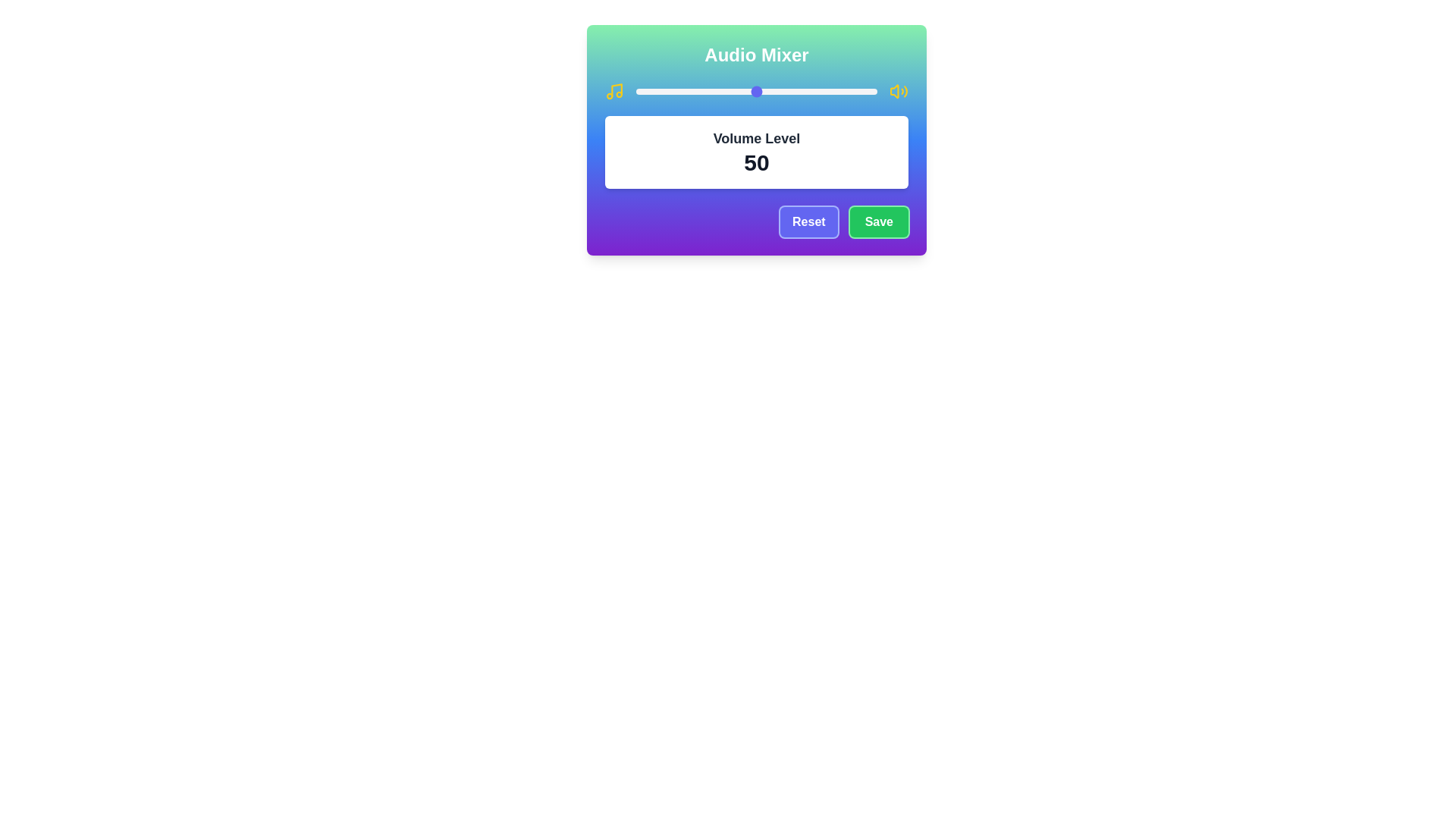 The image size is (1456, 819). Describe the element at coordinates (837, 91) in the screenshot. I see `the slider` at that location.